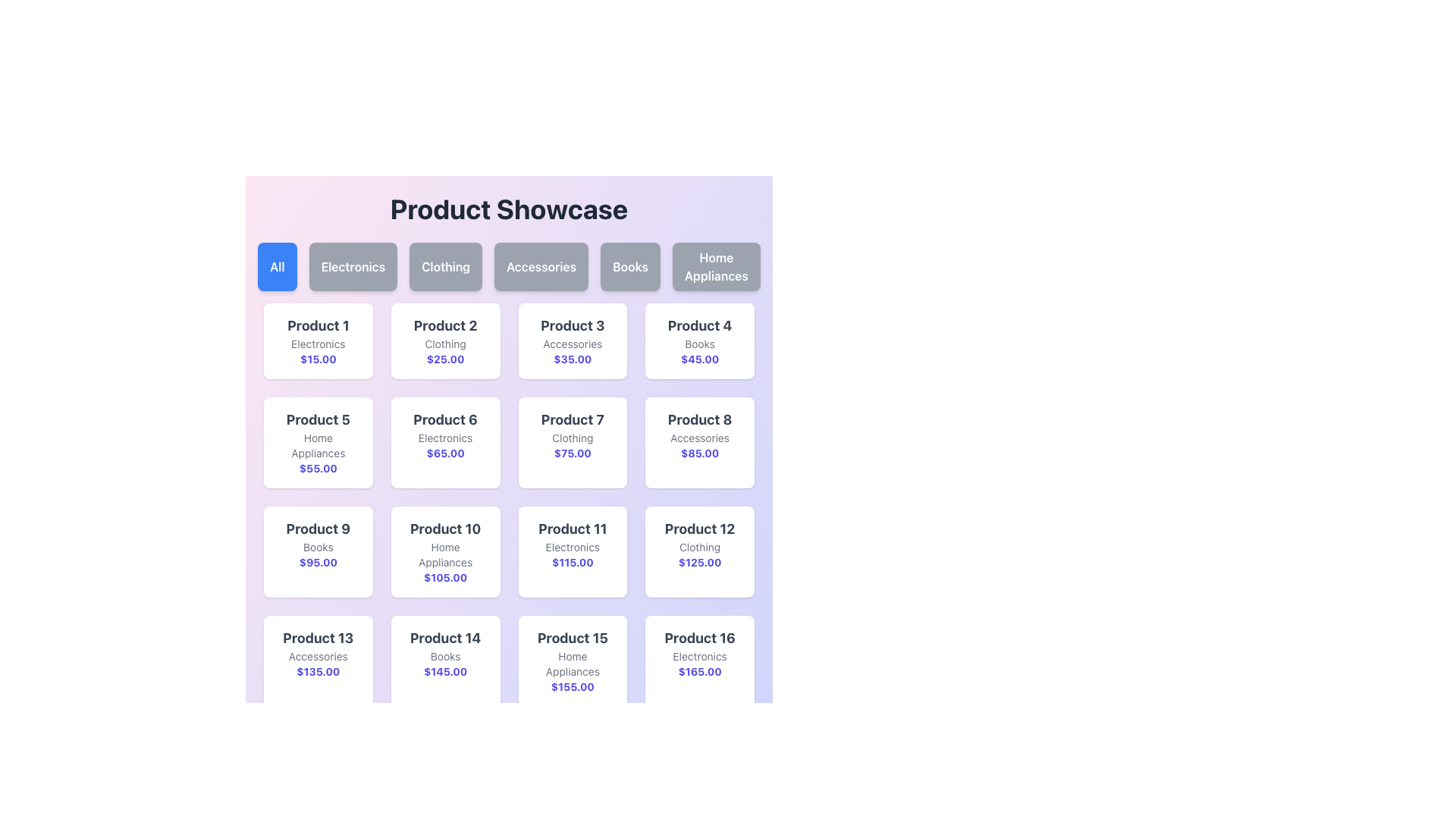 The height and width of the screenshot is (819, 1456). I want to click on the 'Accessories' button in the horizontal navigation bar to filter products by accessories, so click(509, 265).